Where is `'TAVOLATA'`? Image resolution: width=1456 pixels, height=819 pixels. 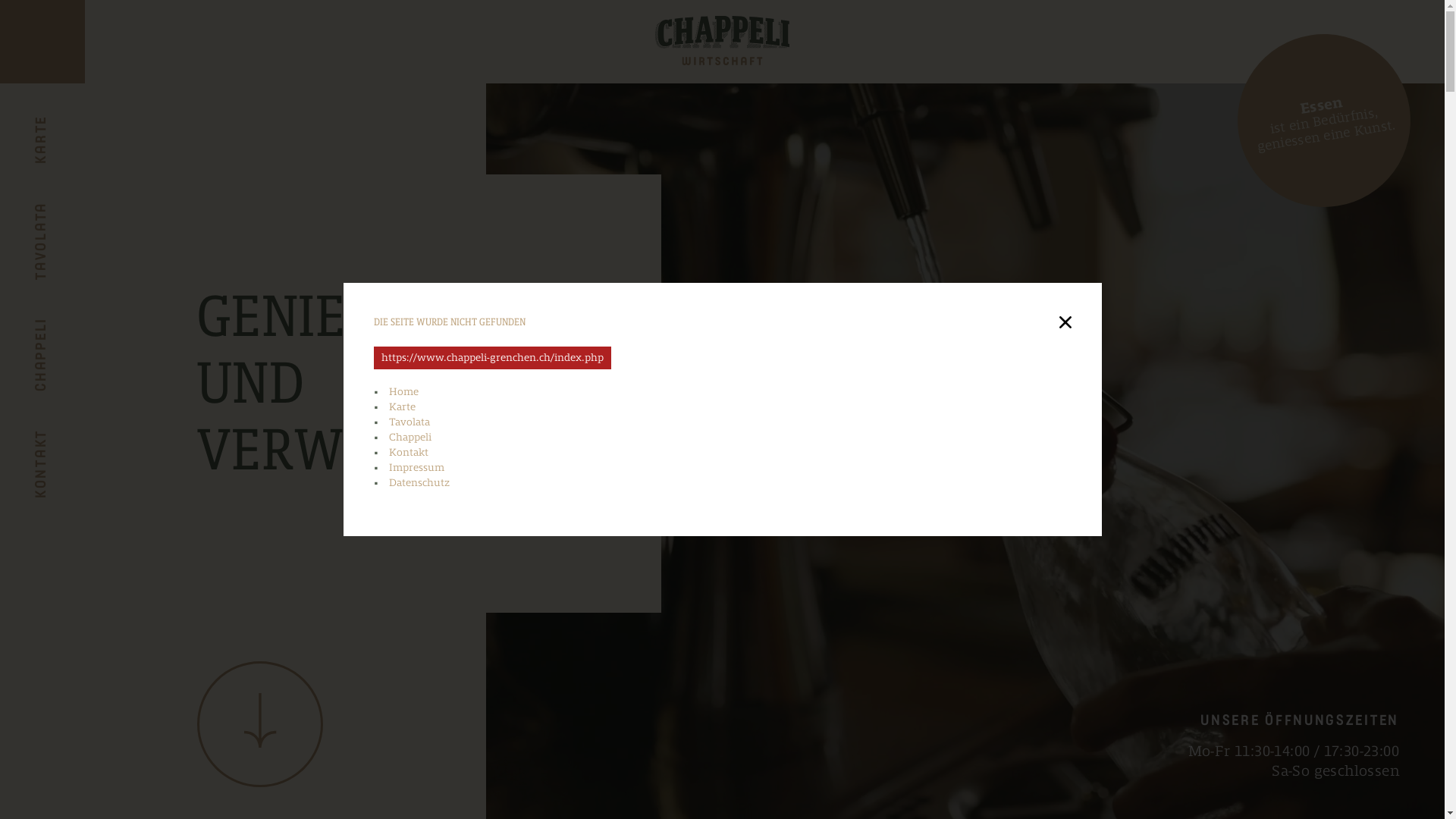 'TAVOLATA' is located at coordinates (68, 213).